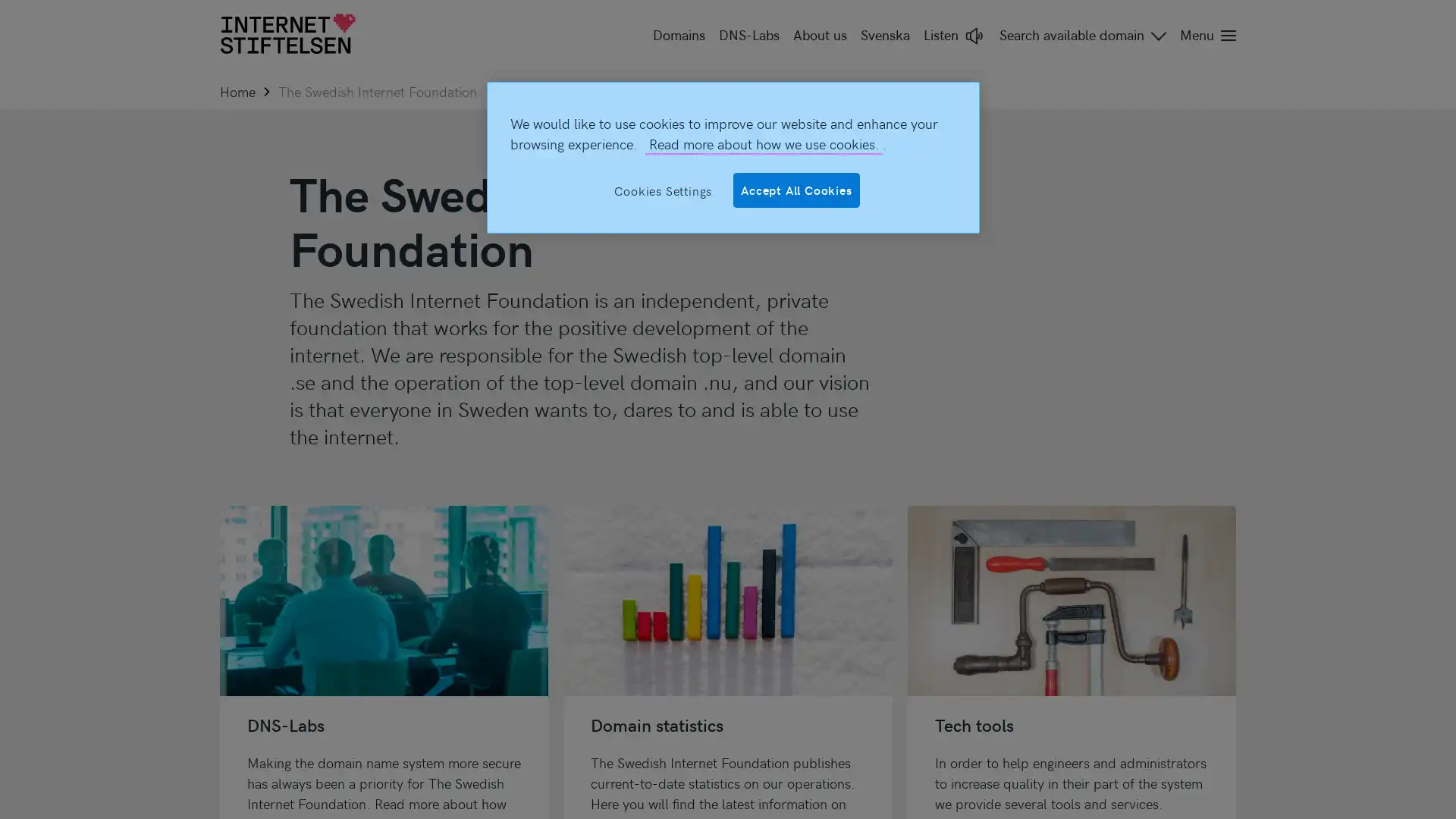 The width and height of the screenshot is (1456, 819). Describe the element at coordinates (953, 34) in the screenshot. I see `Lyssna pa sidans text med ReadSpeaker` at that location.